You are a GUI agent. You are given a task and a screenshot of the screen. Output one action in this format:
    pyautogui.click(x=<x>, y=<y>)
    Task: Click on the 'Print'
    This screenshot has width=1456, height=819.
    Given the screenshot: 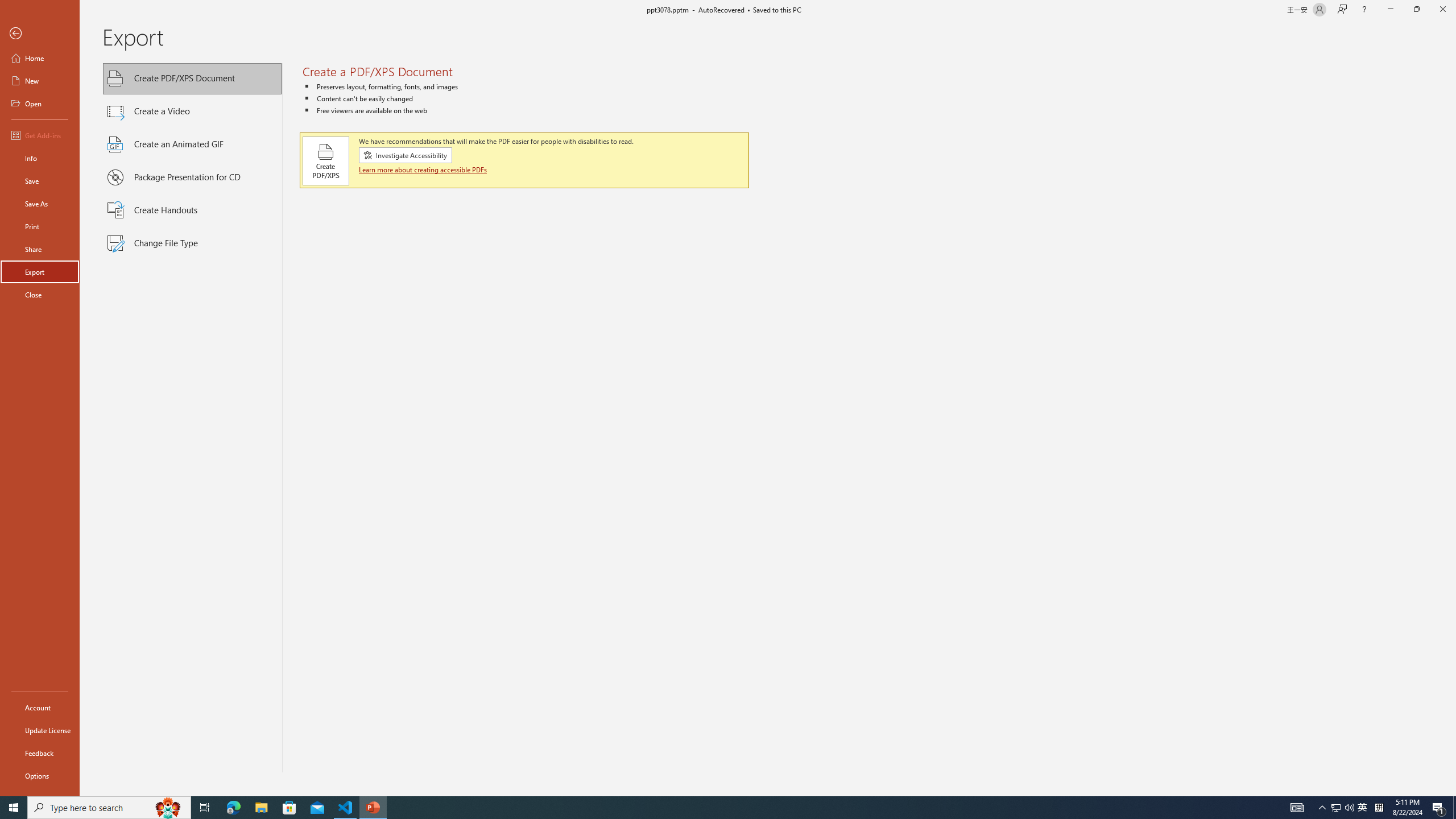 What is the action you would take?
    pyautogui.click(x=39, y=226)
    